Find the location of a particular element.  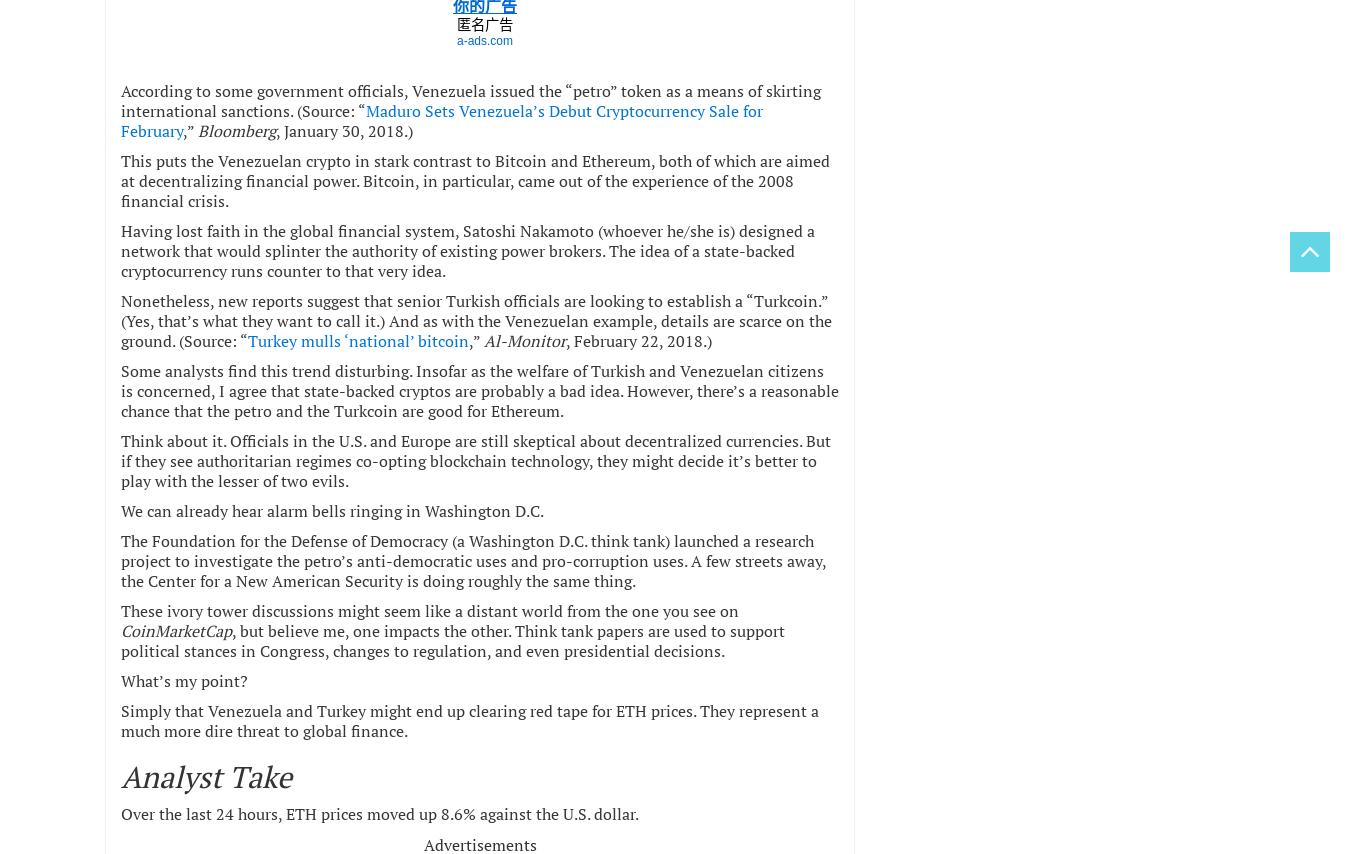

'Bloomberg' is located at coordinates (236, 128).